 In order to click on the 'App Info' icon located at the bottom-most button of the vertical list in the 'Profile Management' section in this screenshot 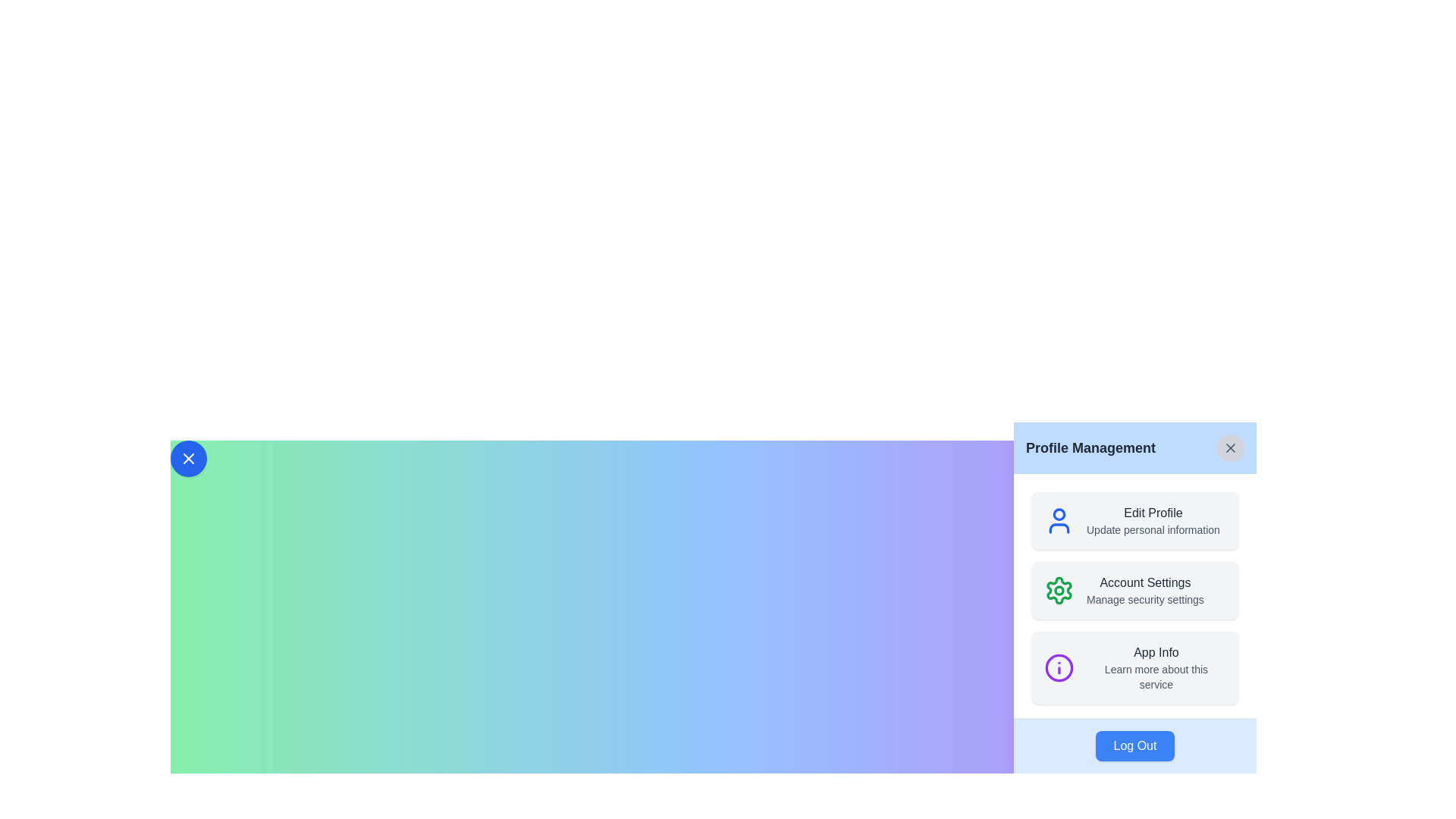, I will do `click(1058, 667)`.